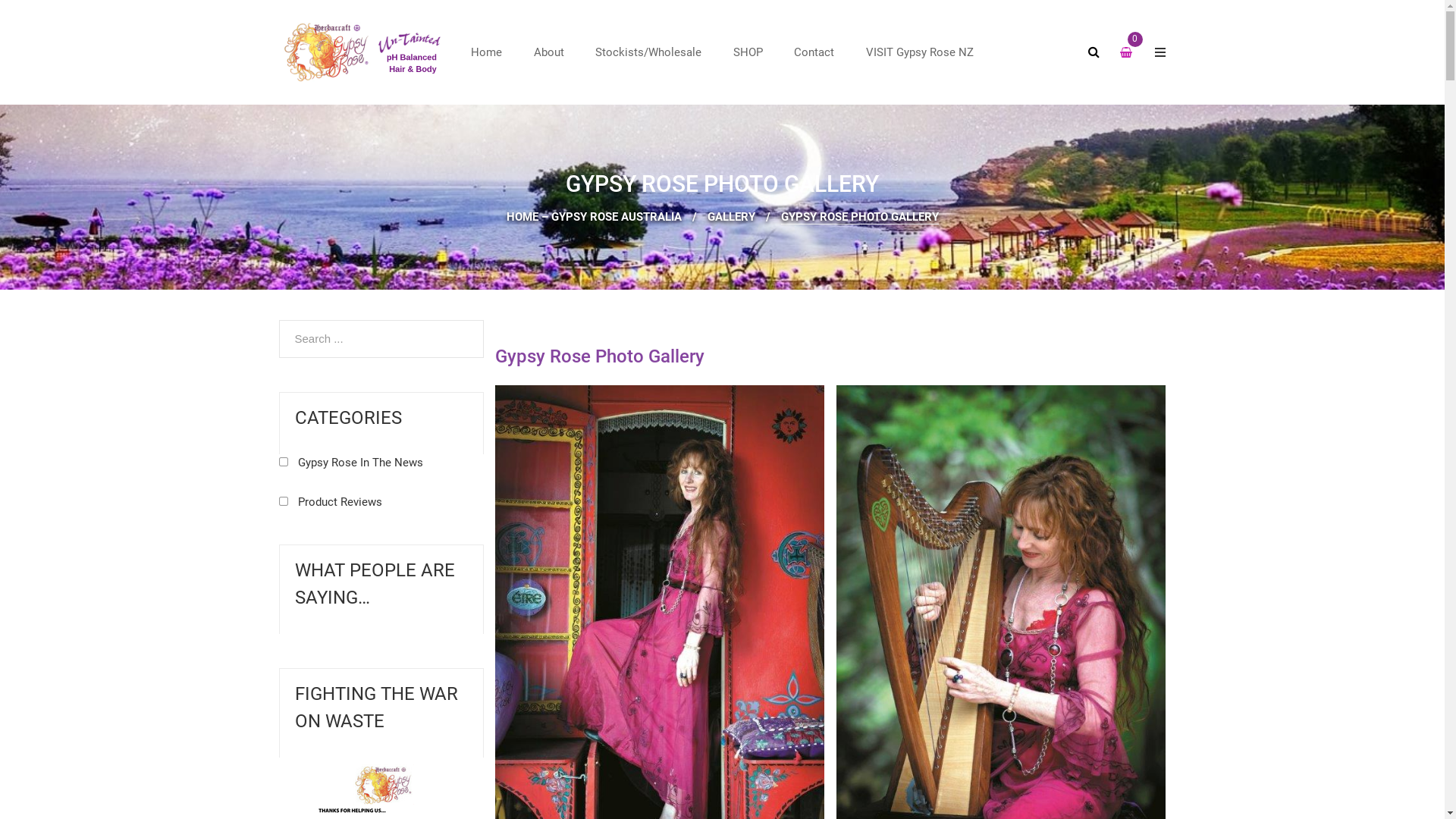 This screenshot has height=819, width=1456. What do you see at coordinates (1134, 53) in the screenshot?
I see `'0'` at bounding box center [1134, 53].